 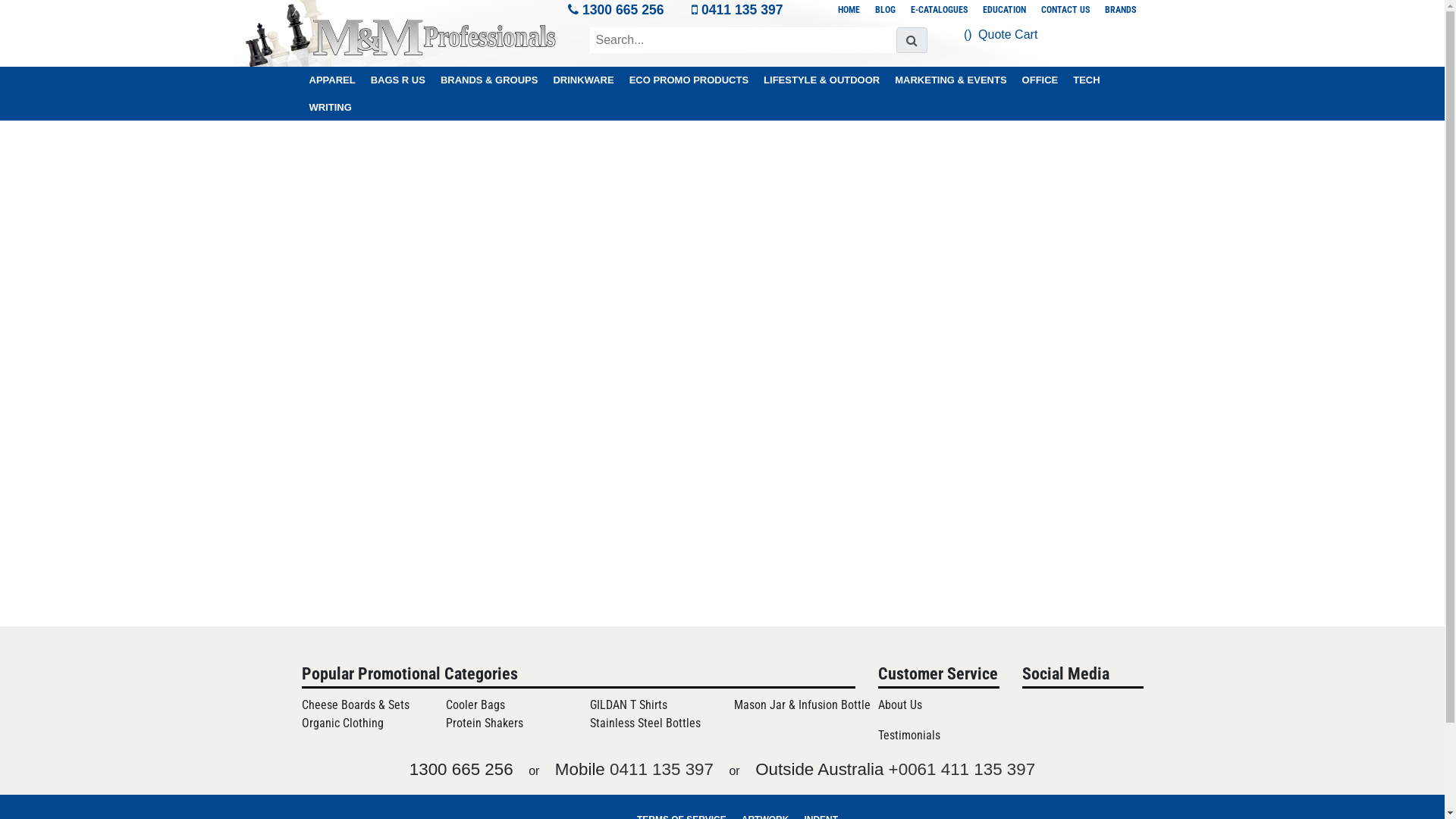 What do you see at coordinates (582, 80) in the screenshot?
I see `'DRINKWARE'` at bounding box center [582, 80].